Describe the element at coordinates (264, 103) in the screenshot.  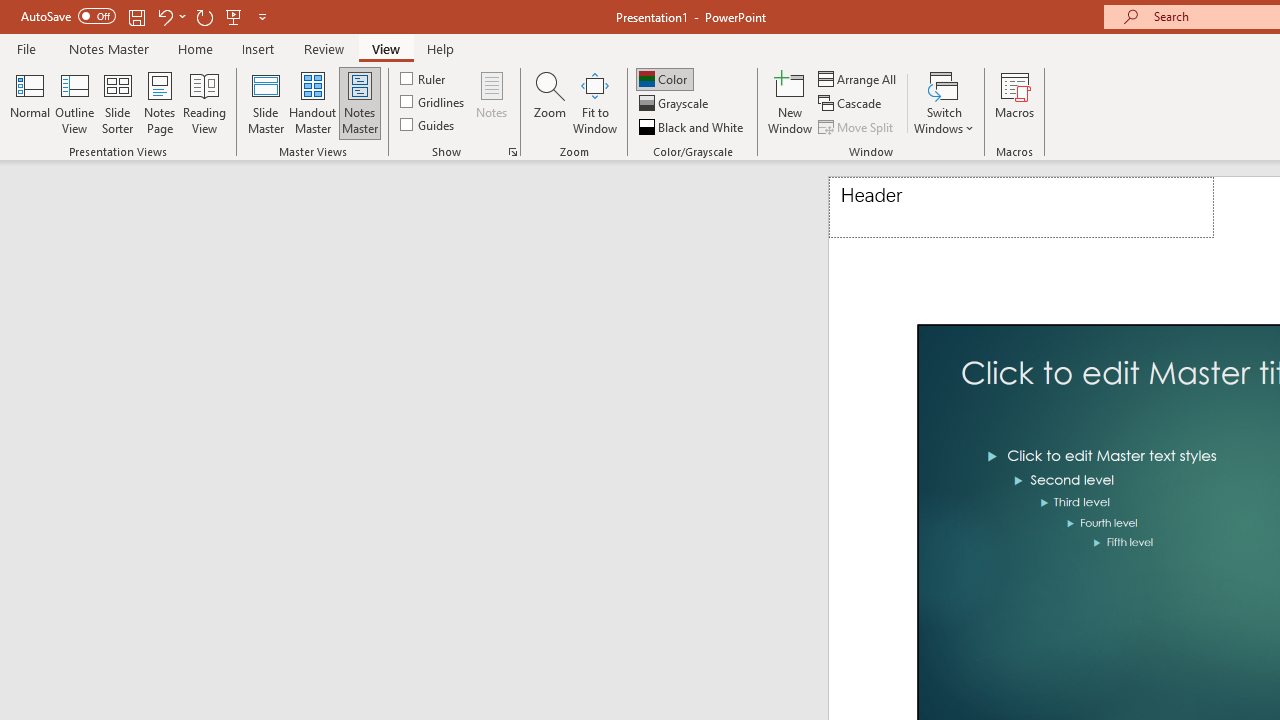
I see `'Slide Master'` at that location.